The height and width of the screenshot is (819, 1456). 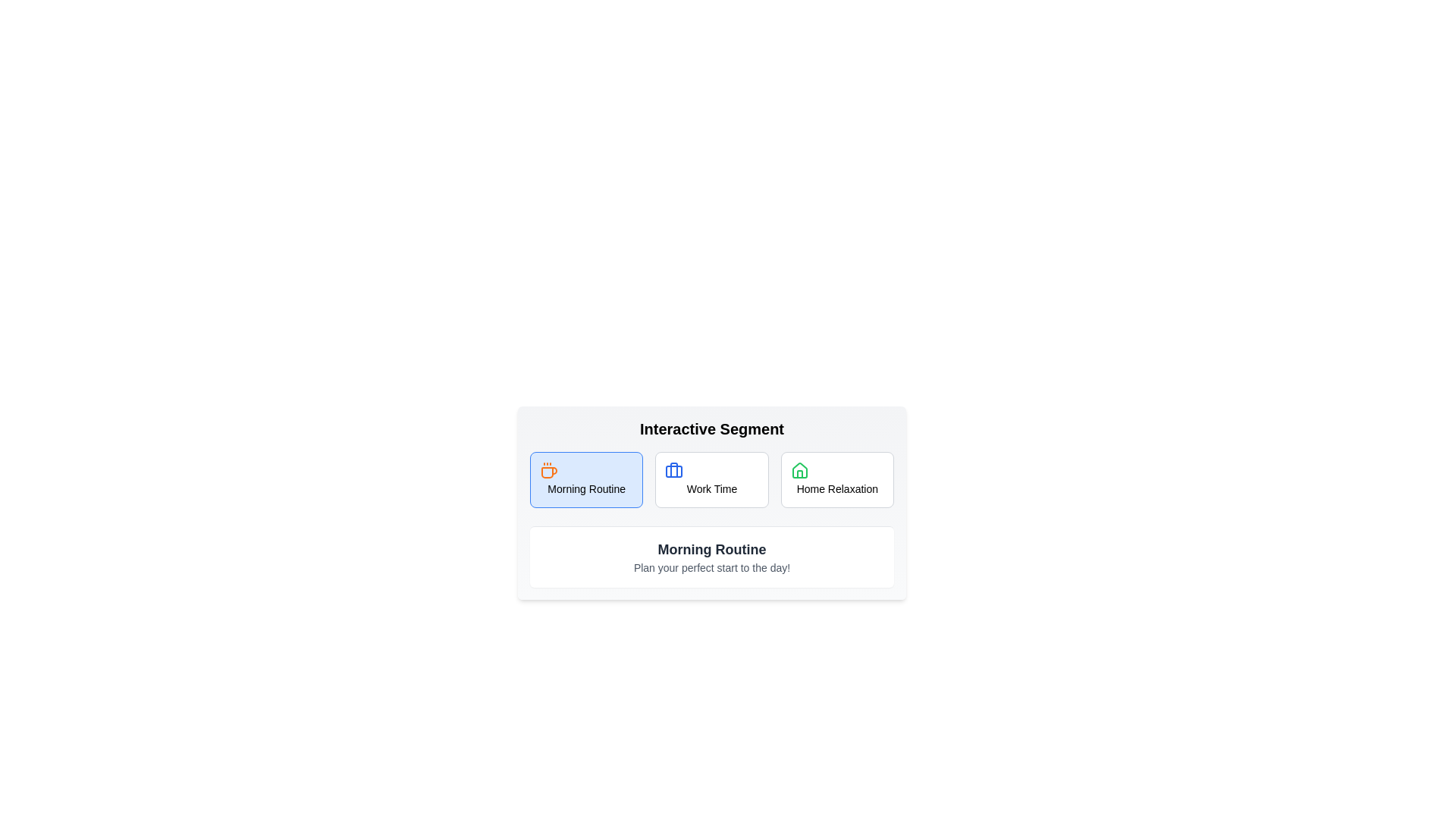 What do you see at coordinates (673, 470) in the screenshot?
I see `the rectangular SVG shape within the briefcase icon located in the 'Morning Routine' section` at bounding box center [673, 470].